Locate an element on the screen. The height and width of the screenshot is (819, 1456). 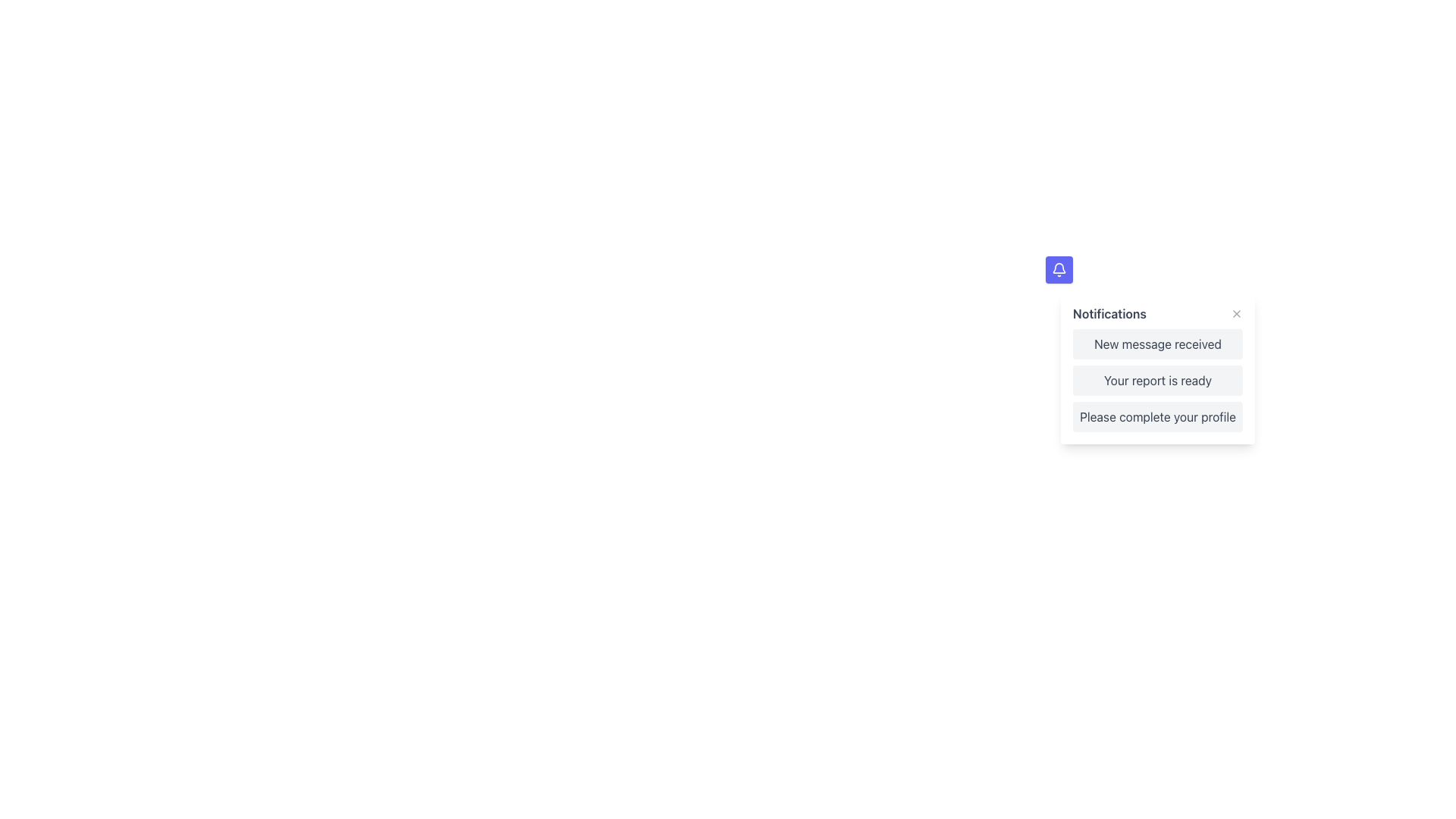
the bell icon button, which is styled with a rounded outline and a linear design is located at coordinates (1058, 268).